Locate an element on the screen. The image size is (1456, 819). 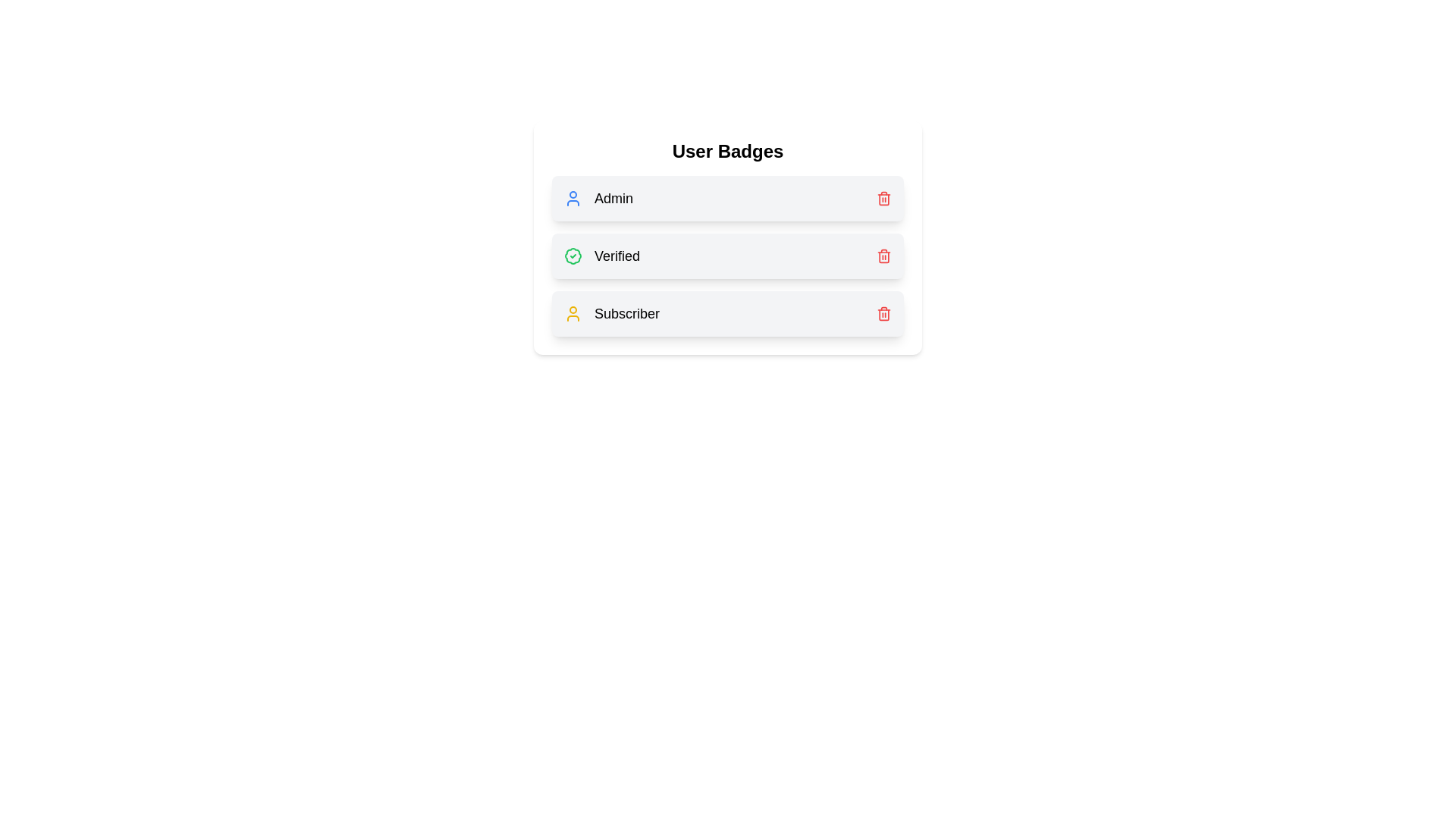
the badge icon for Admin is located at coordinates (572, 198).